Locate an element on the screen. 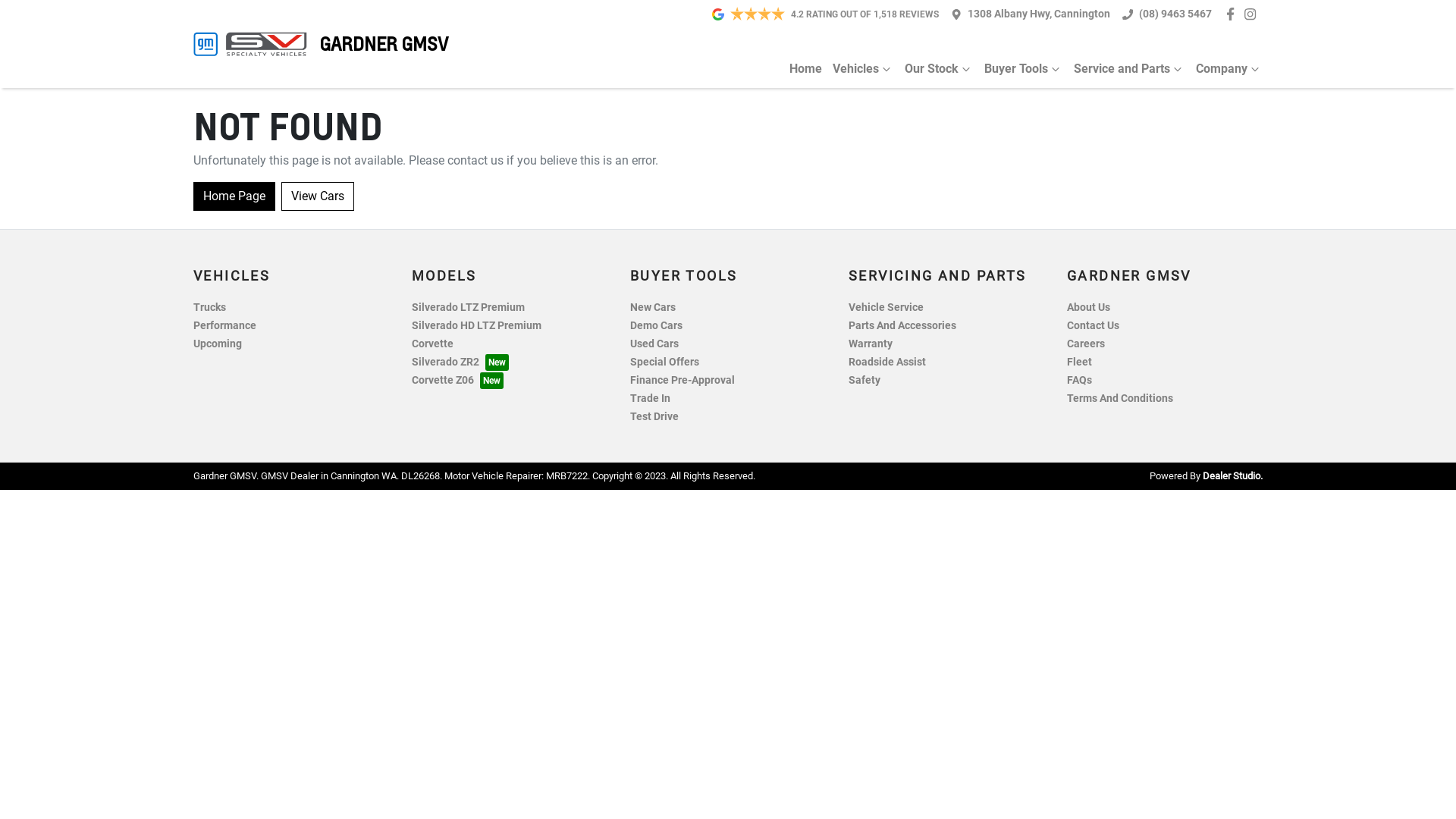 The width and height of the screenshot is (1456, 819). 'Silverado HD LTZ Premium' is located at coordinates (475, 325).